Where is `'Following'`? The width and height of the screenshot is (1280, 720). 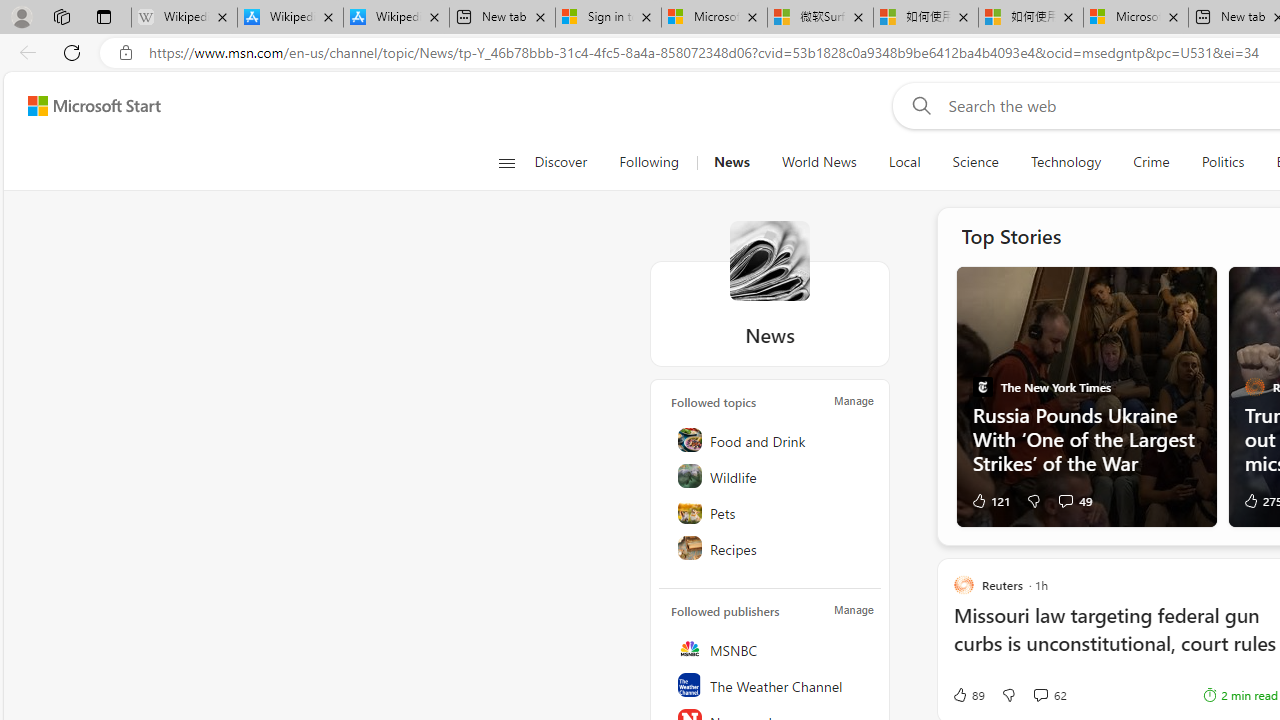 'Following' is located at coordinates (648, 162).